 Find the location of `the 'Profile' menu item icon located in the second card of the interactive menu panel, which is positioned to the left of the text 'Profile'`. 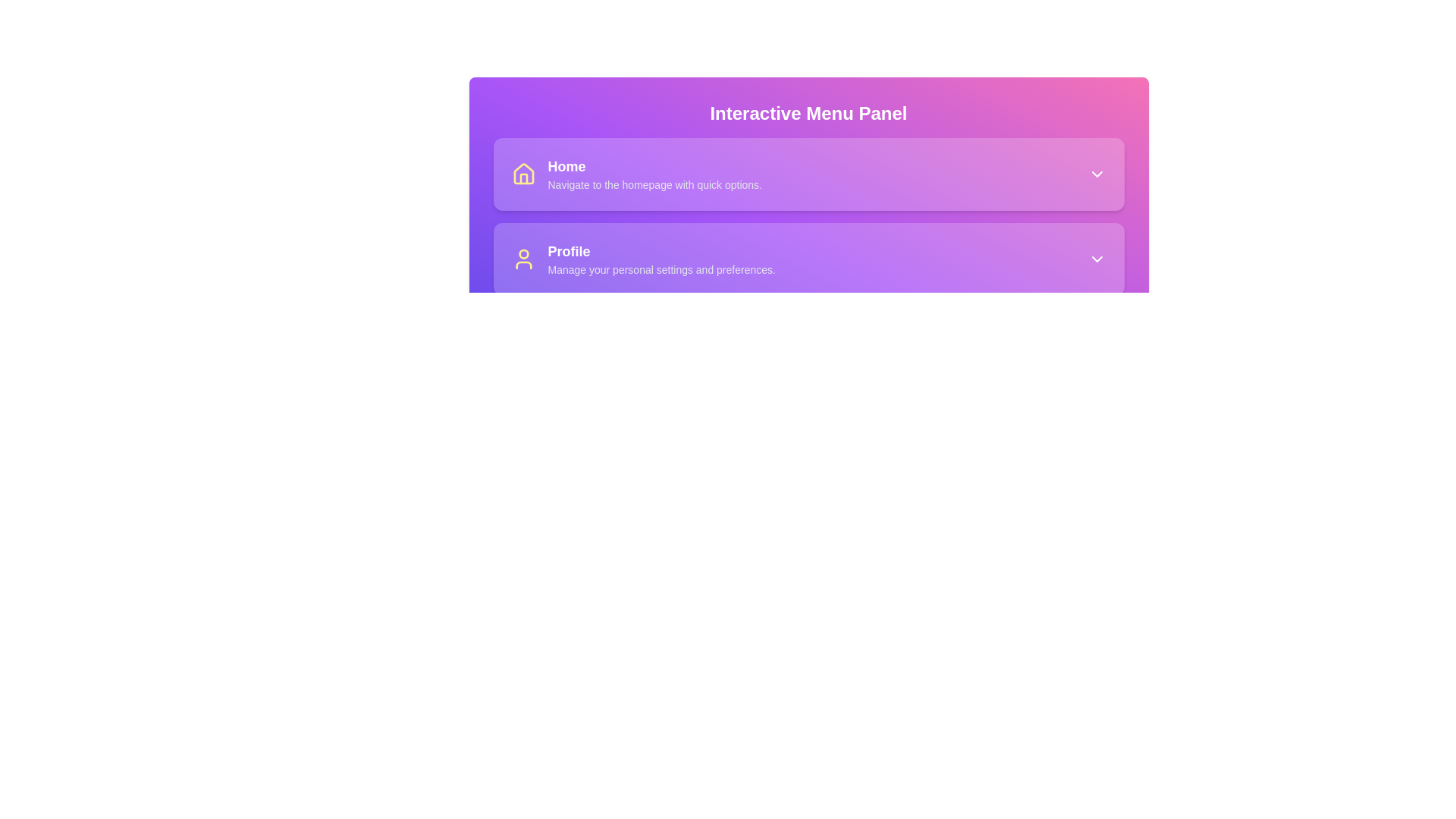

the 'Profile' menu item icon located in the second card of the interactive menu panel, which is positioned to the left of the text 'Profile' is located at coordinates (523, 259).